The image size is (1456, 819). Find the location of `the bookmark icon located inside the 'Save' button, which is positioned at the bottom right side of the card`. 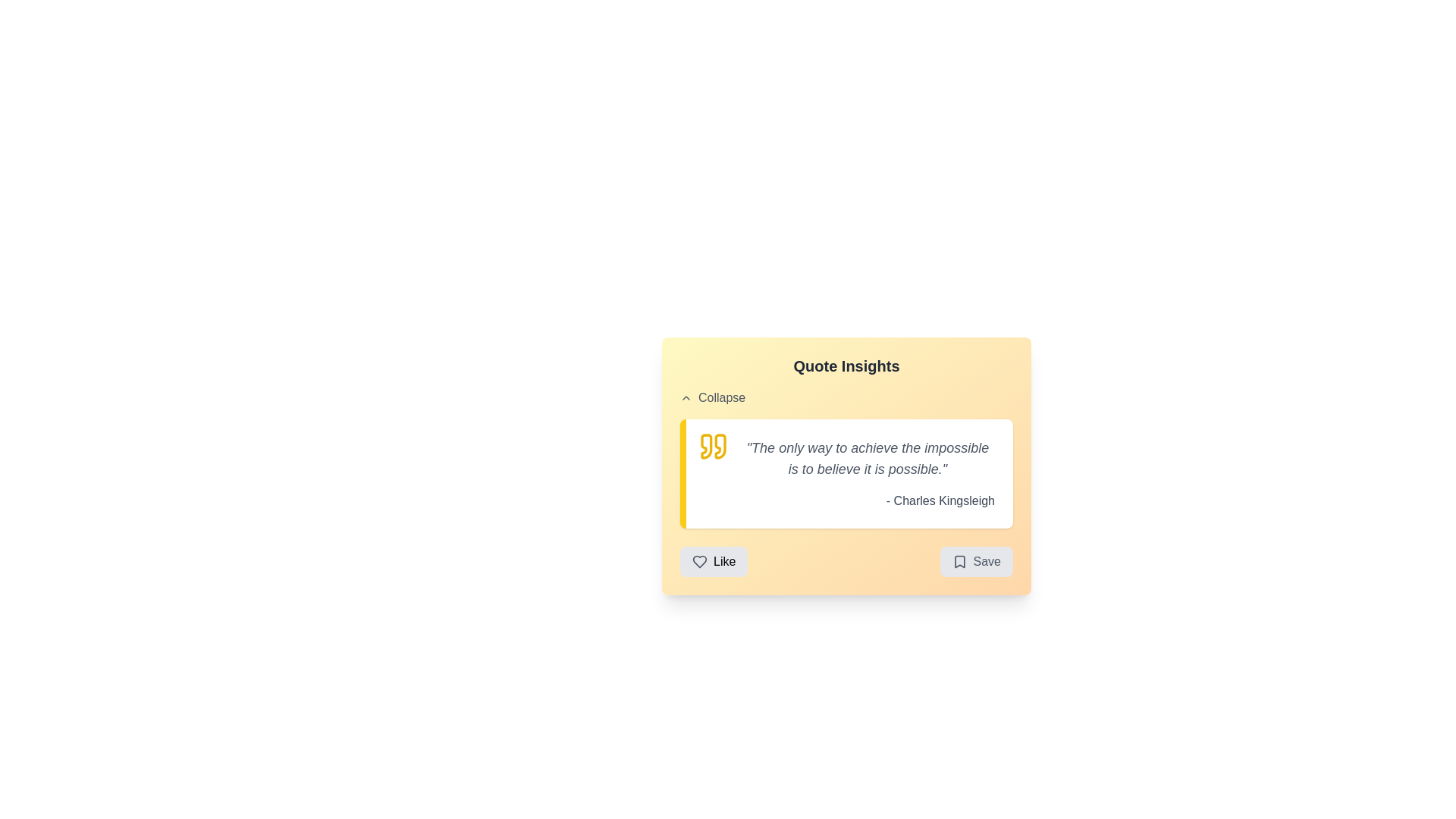

the bookmark icon located inside the 'Save' button, which is positioned at the bottom right side of the card is located at coordinates (959, 561).